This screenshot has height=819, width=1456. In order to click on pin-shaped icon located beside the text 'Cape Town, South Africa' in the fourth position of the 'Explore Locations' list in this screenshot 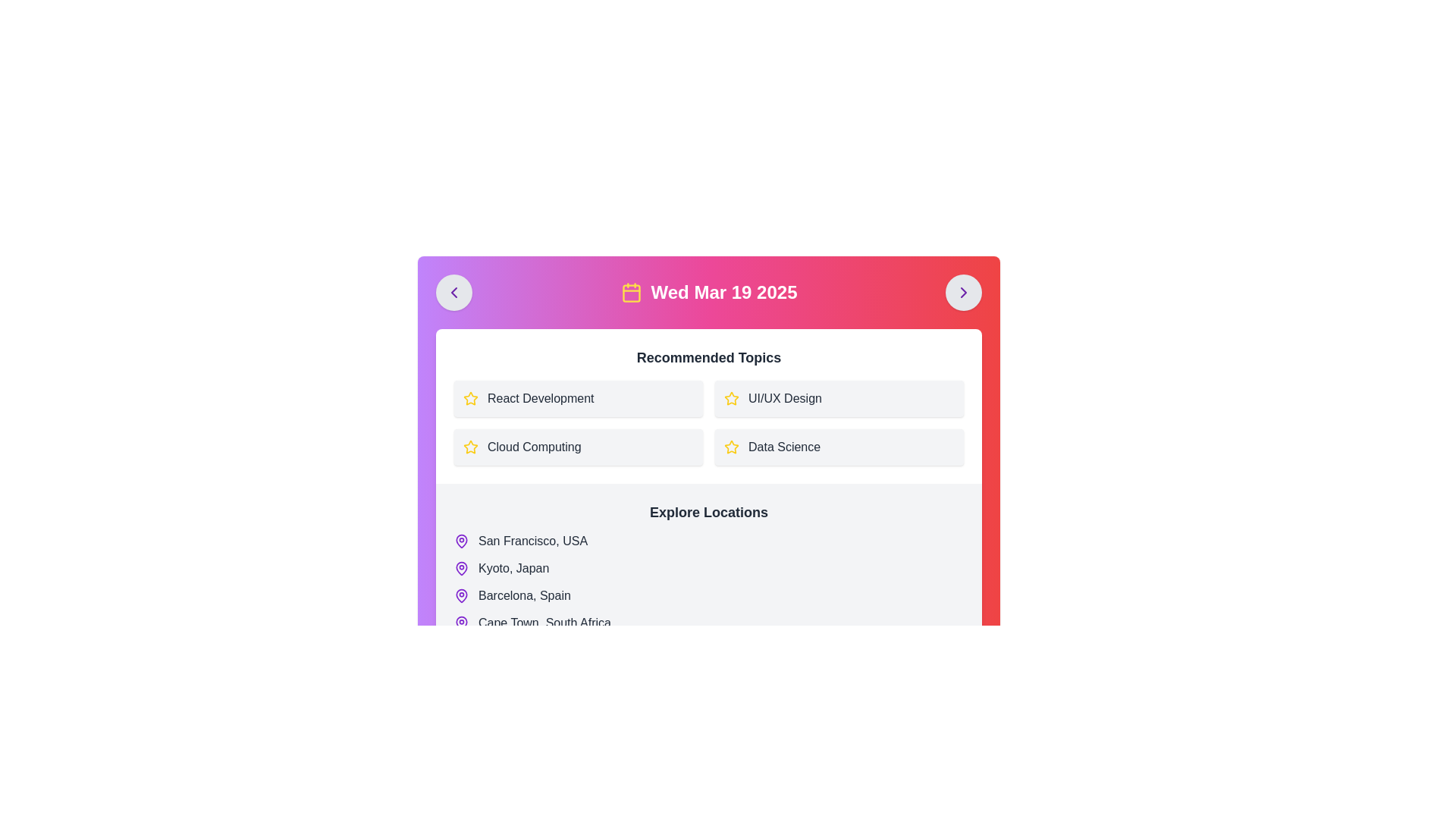, I will do `click(461, 623)`.